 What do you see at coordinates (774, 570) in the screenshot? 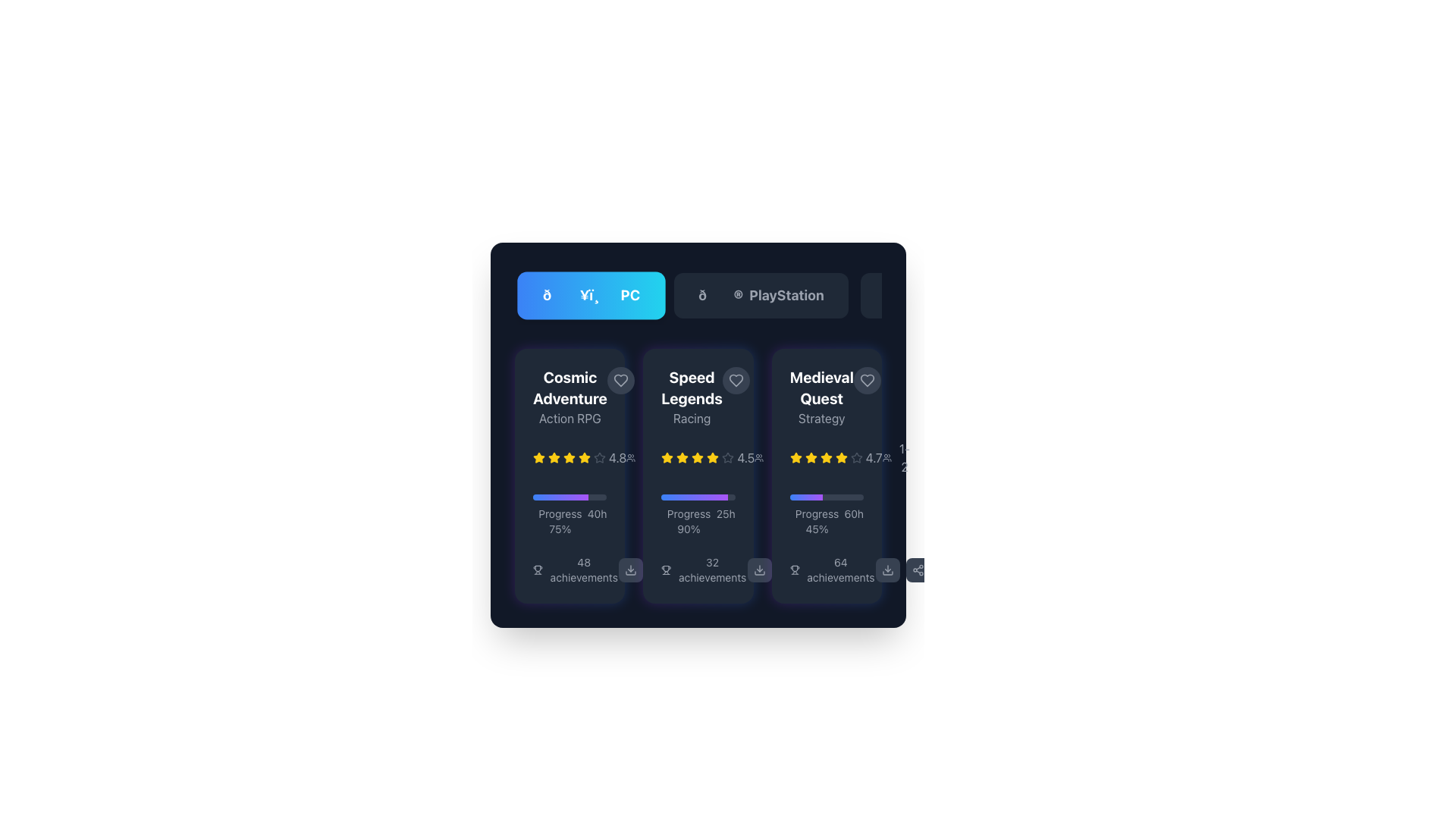
I see `the trophy icon in the interactive buttons beneath the 'Speed Legends' game card` at bounding box center [774, 570].